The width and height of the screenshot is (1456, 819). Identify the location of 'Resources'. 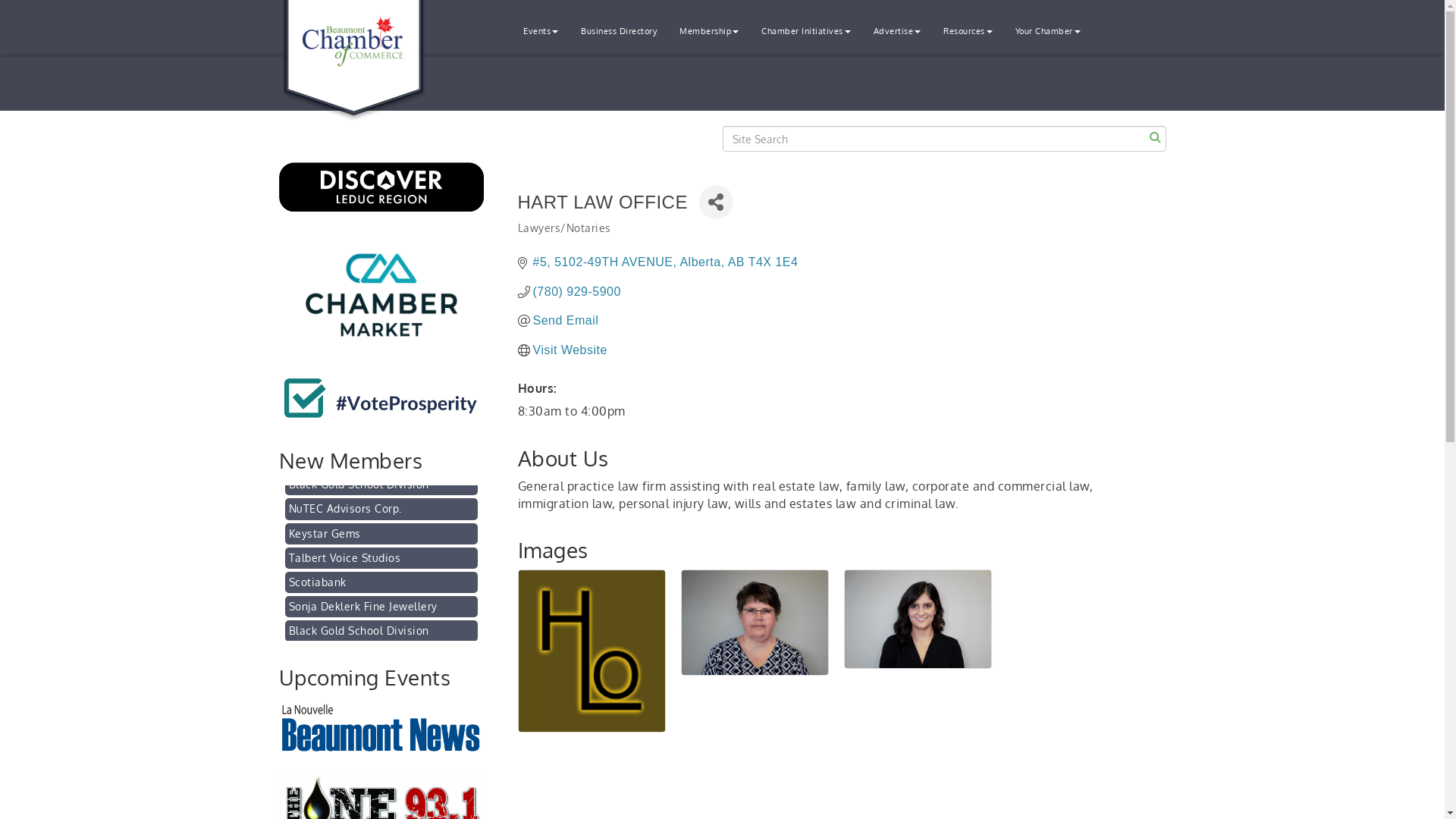
(967, 31).